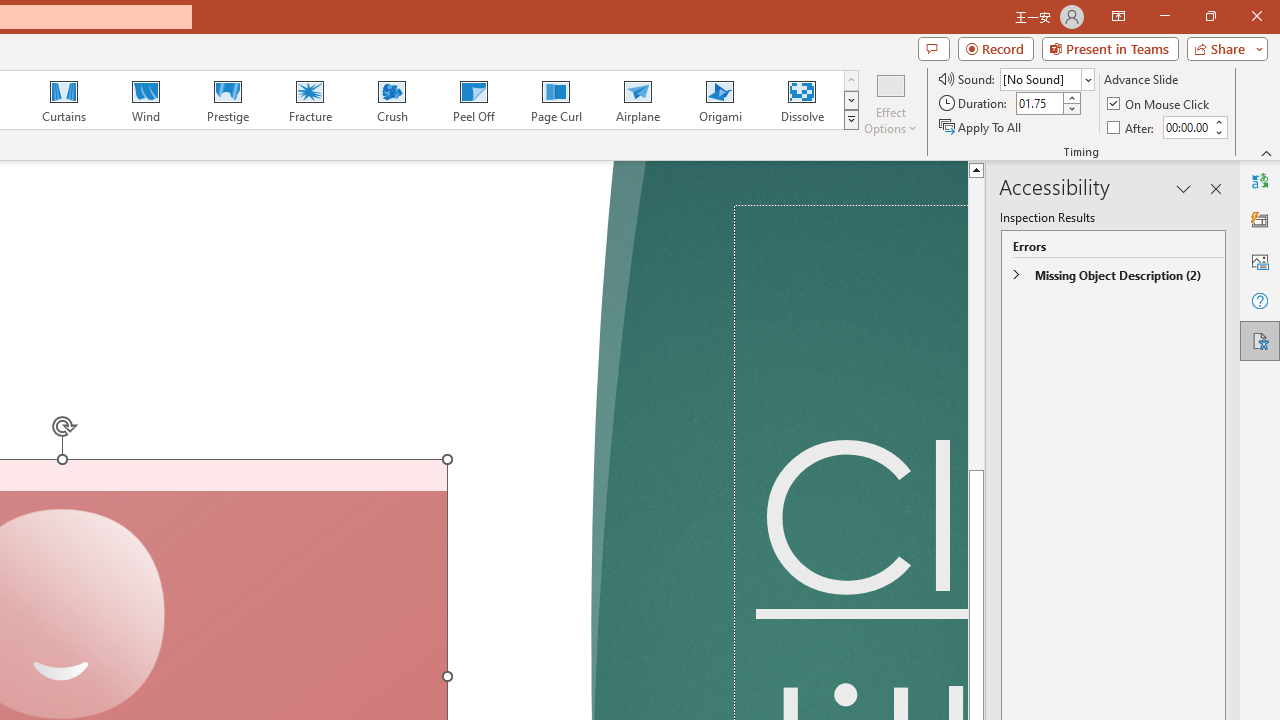 The height and width of the screenshot is (720, 1280). Describe the element at coordinates (1215, 189) in the screenshot. I see `'Close pane'` at that location.